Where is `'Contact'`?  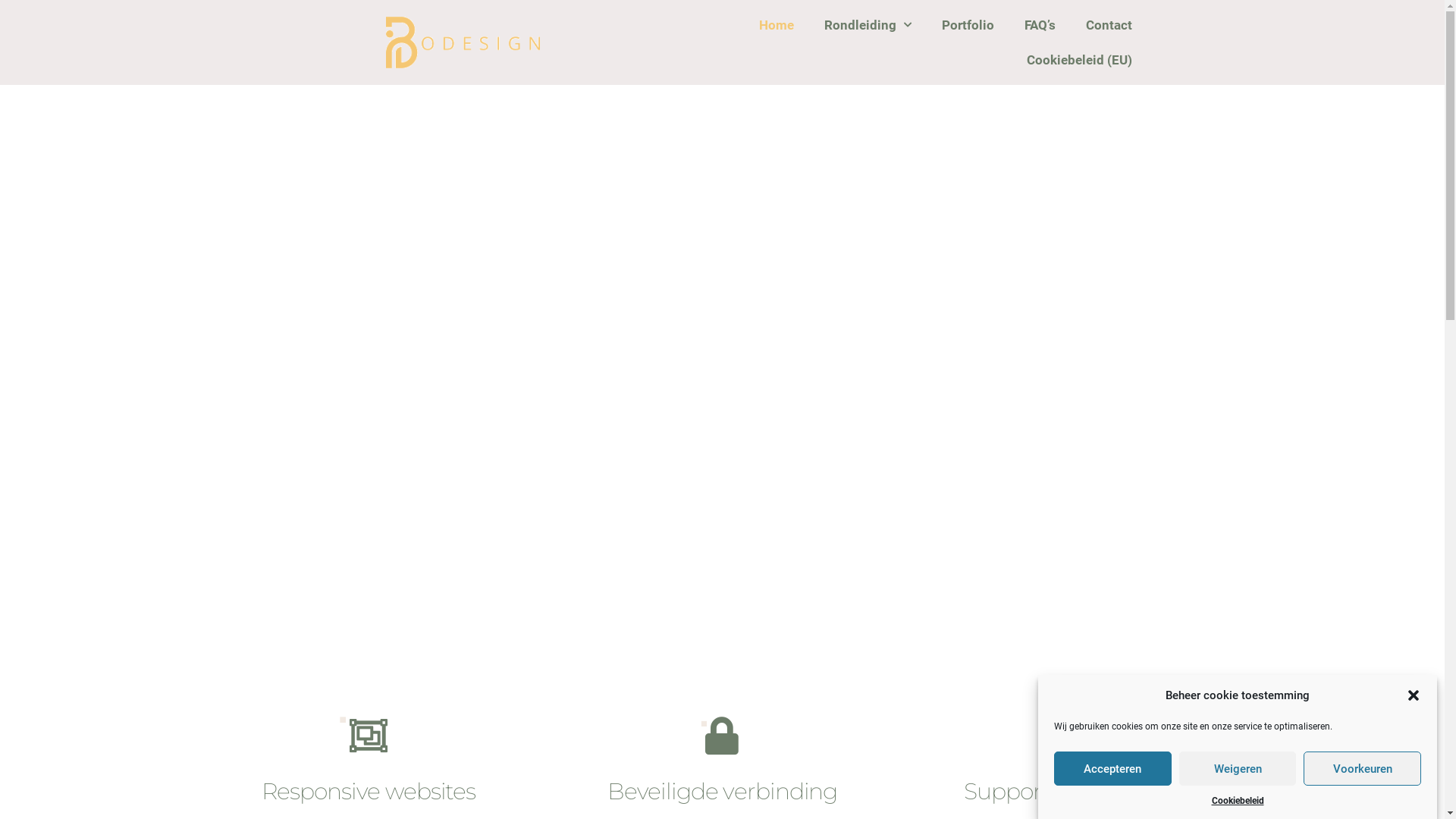
'Contact' is located at coordinates (1109, 25).